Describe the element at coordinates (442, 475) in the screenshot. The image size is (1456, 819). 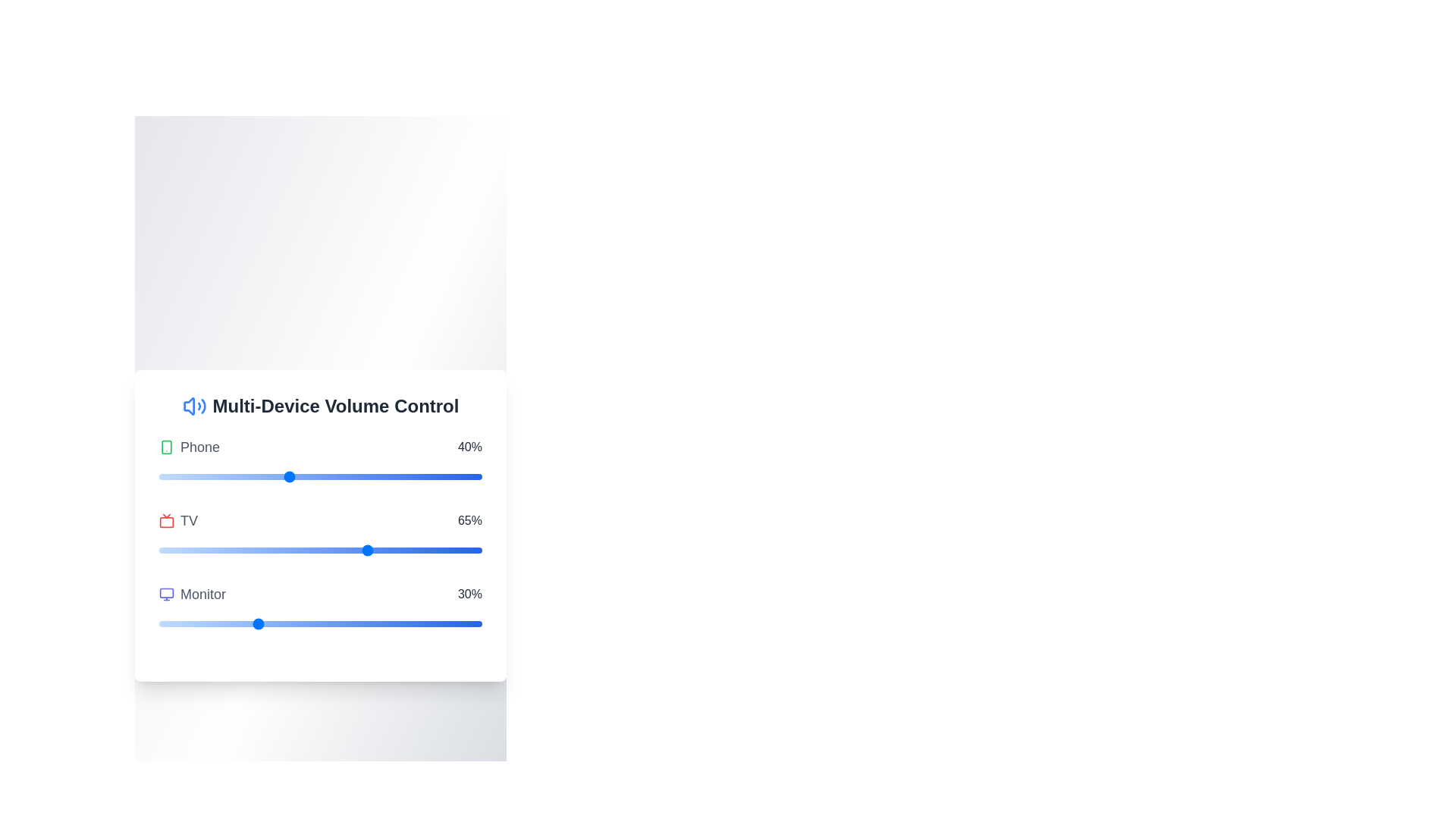
I see `the volume slider` at that location.